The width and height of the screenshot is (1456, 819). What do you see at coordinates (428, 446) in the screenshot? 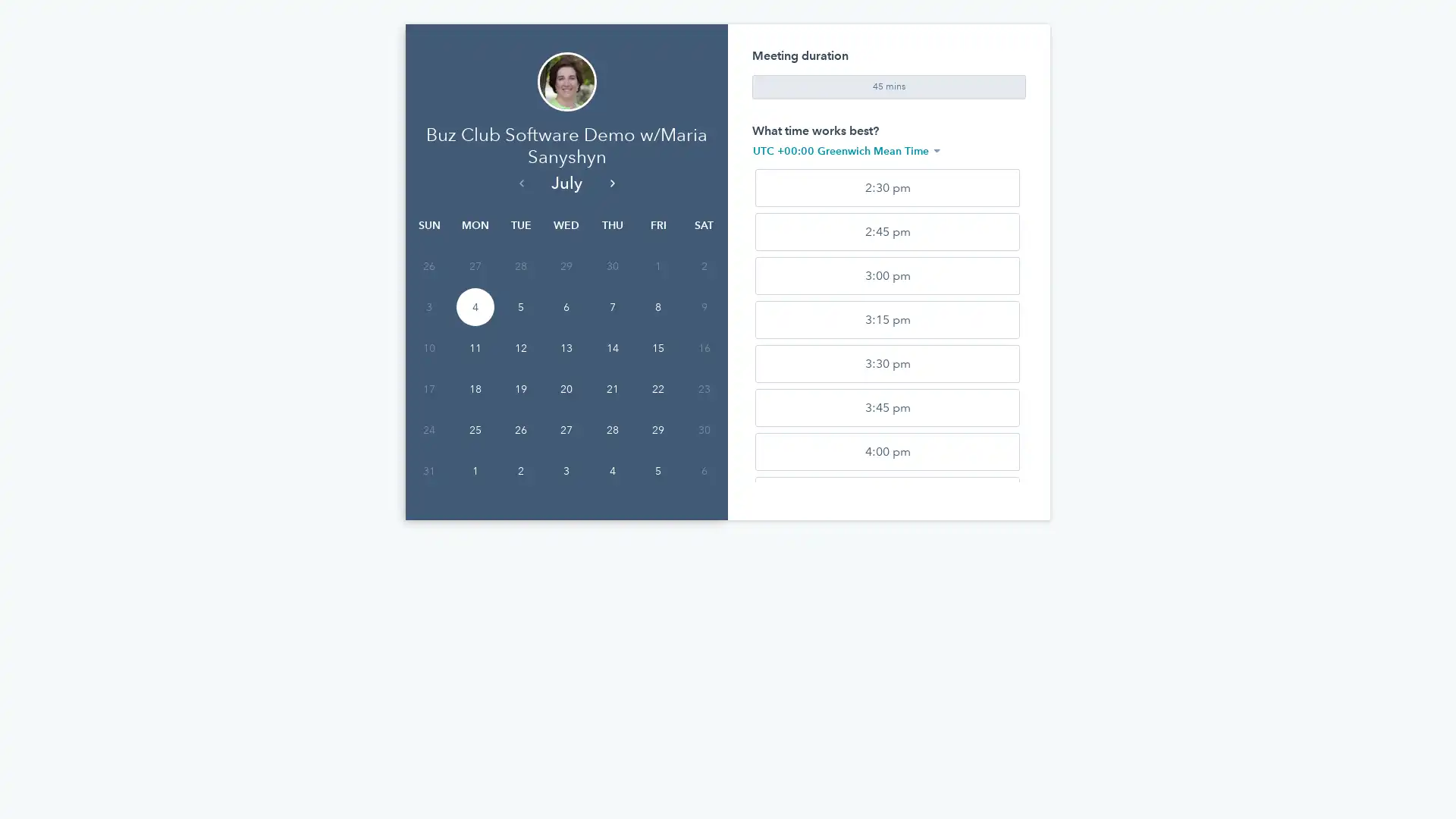
I see `July 17th` at bounding box center [428, 446].